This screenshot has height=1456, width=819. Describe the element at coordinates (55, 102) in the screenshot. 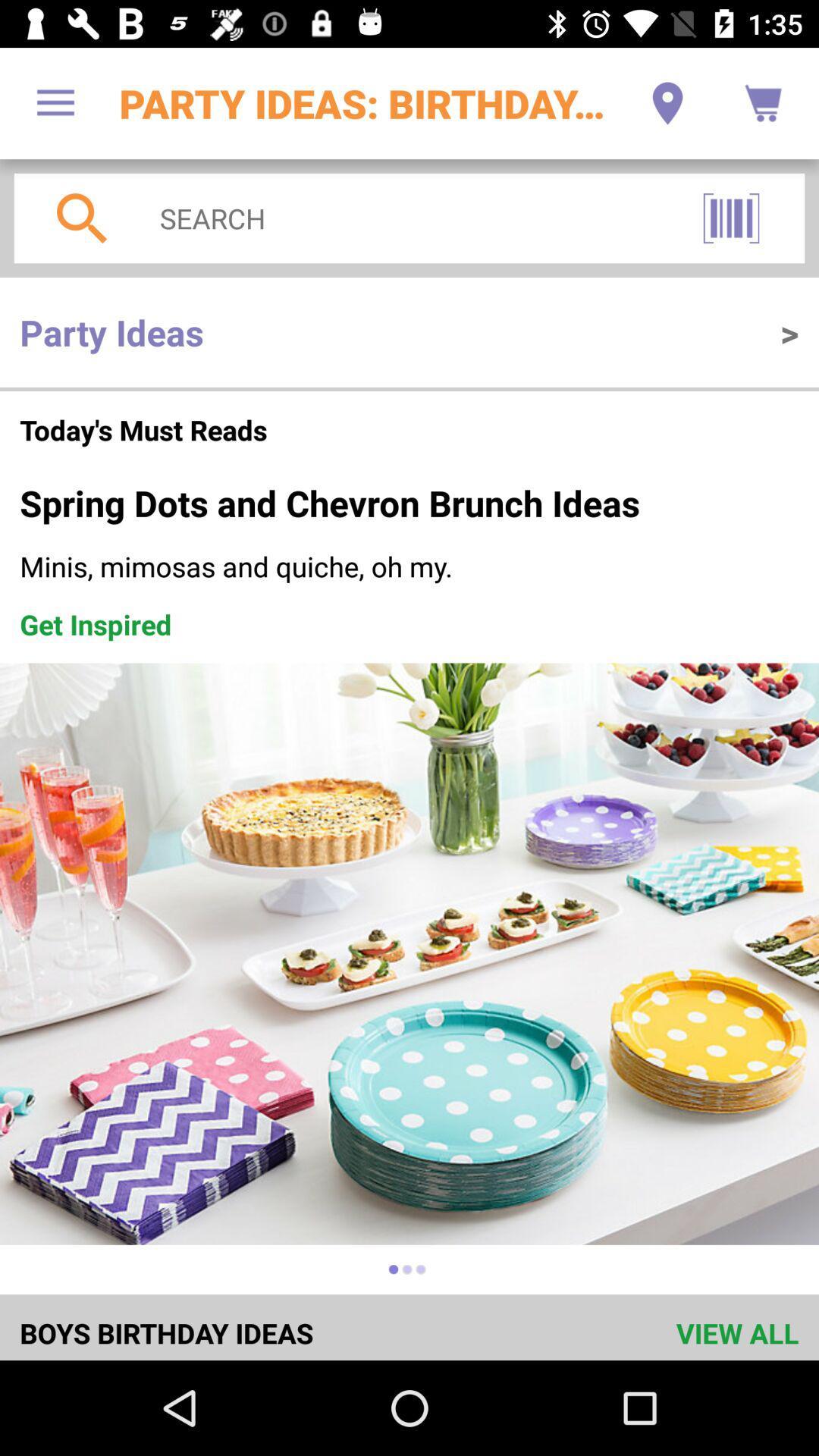

I see `the item to the left of the party ideas birthday item` at that location.